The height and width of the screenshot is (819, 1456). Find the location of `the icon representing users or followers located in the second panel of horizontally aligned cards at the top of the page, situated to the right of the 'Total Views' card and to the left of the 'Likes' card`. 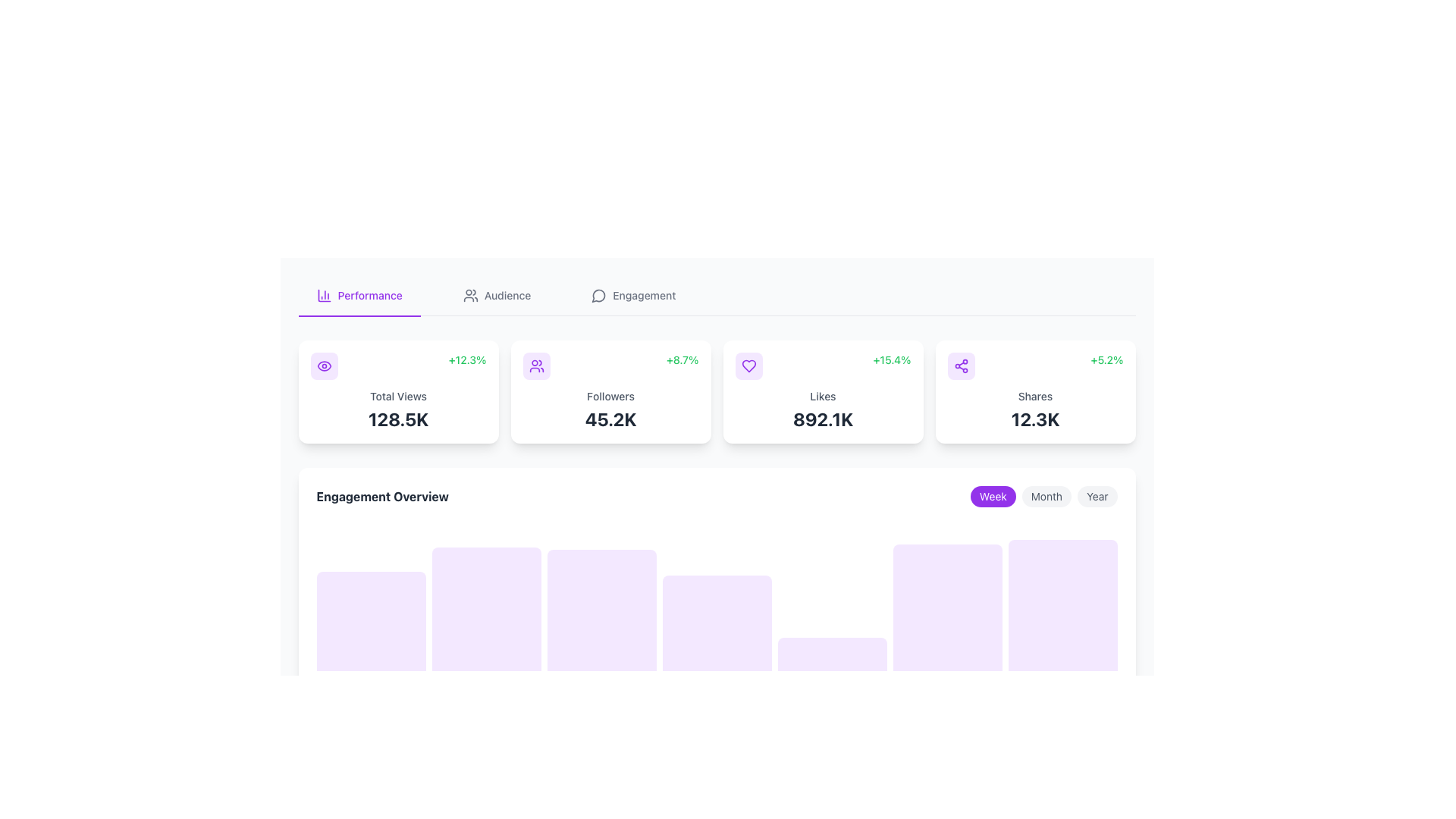

the icon representing users or followers located in the second panel of horizontally aligned cards at the top of the page, situated to the right of the 'Total Views' card and to the left of the 'Likes' card is located at coordinates (536, 366).